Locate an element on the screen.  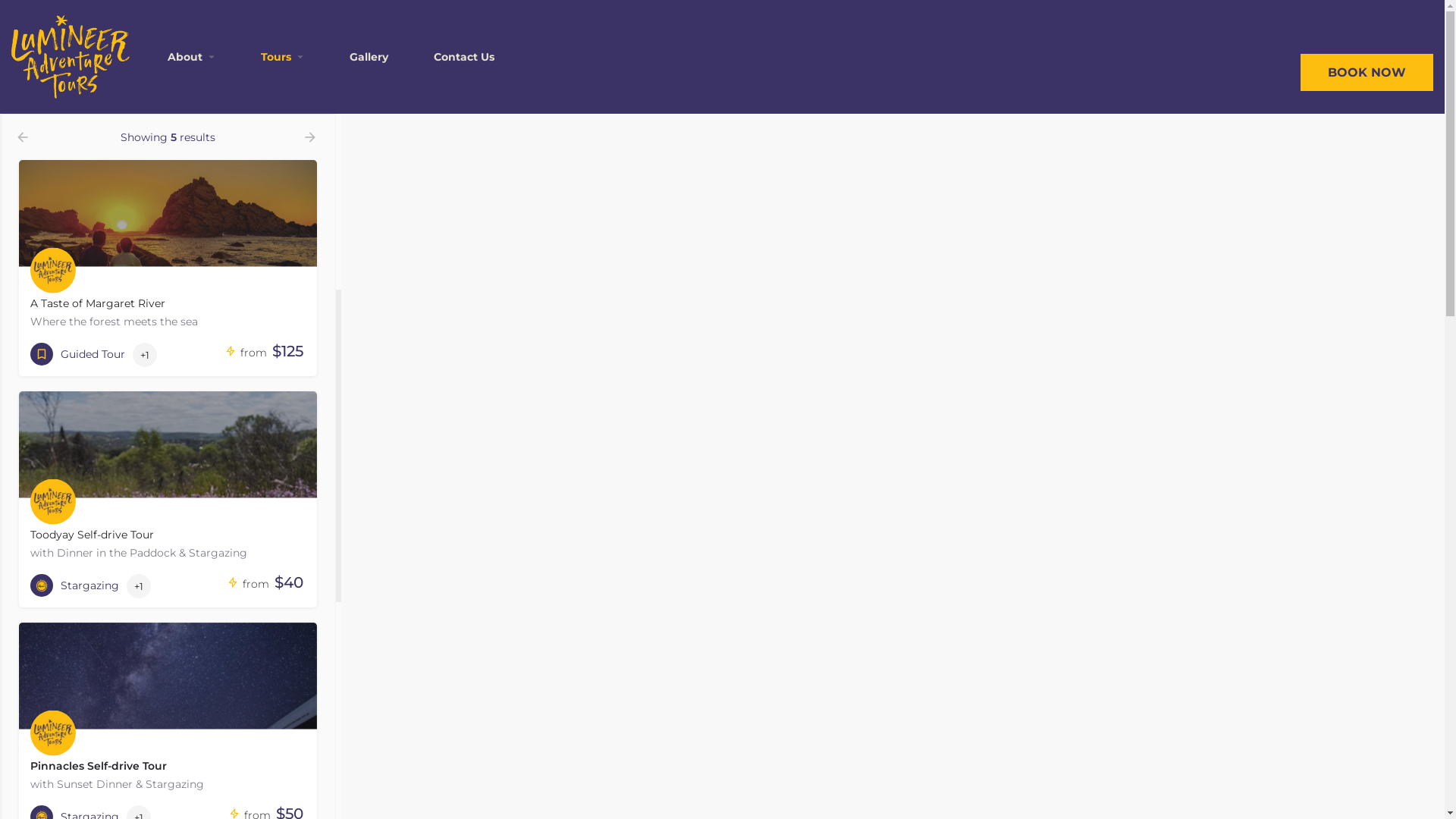
'Pinnacles Self-drive Tour is located at coordinates (168, 710).